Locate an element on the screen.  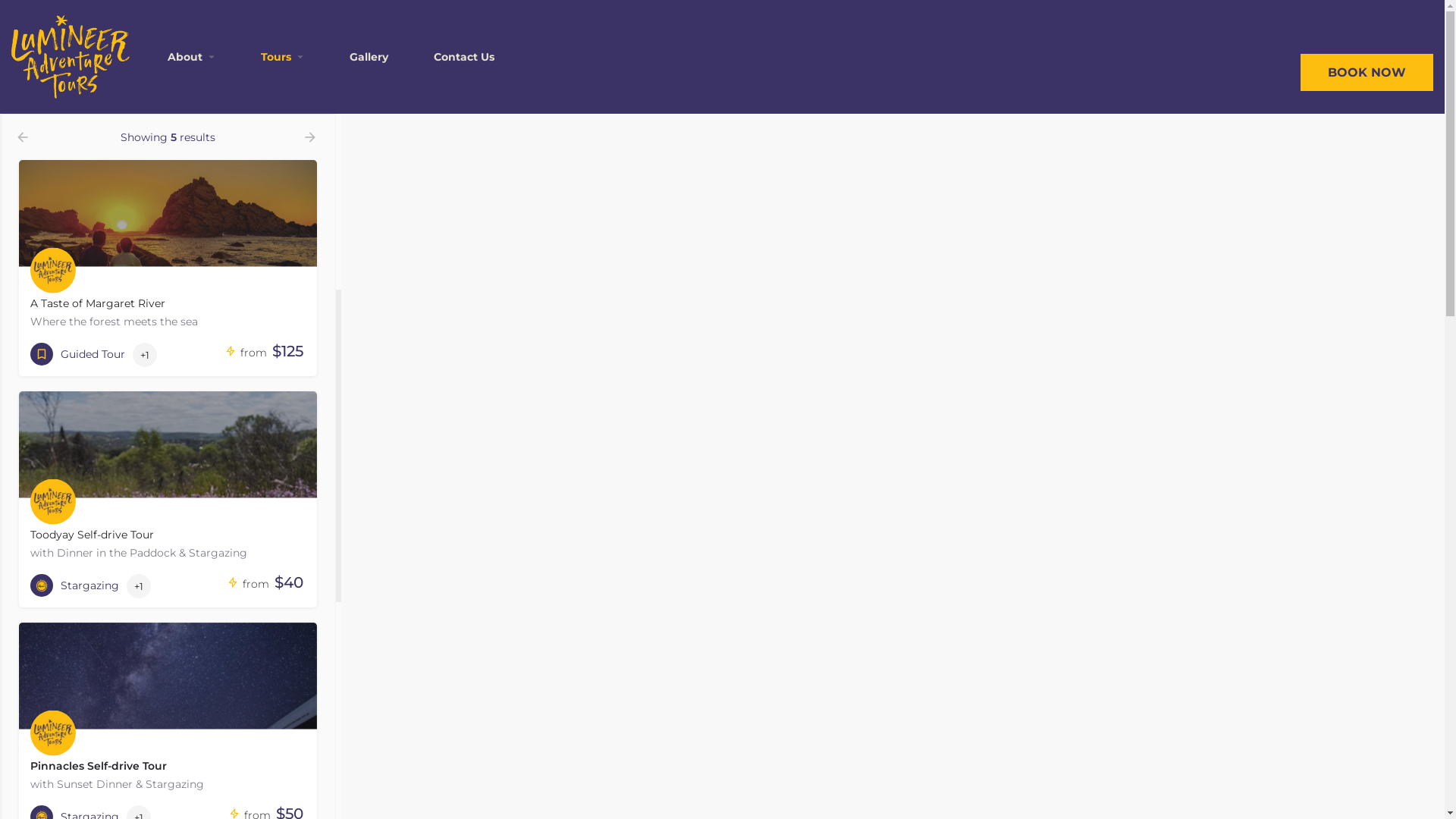
'Pinnacles Self-drive Tour is located at coordinates (168, 710).